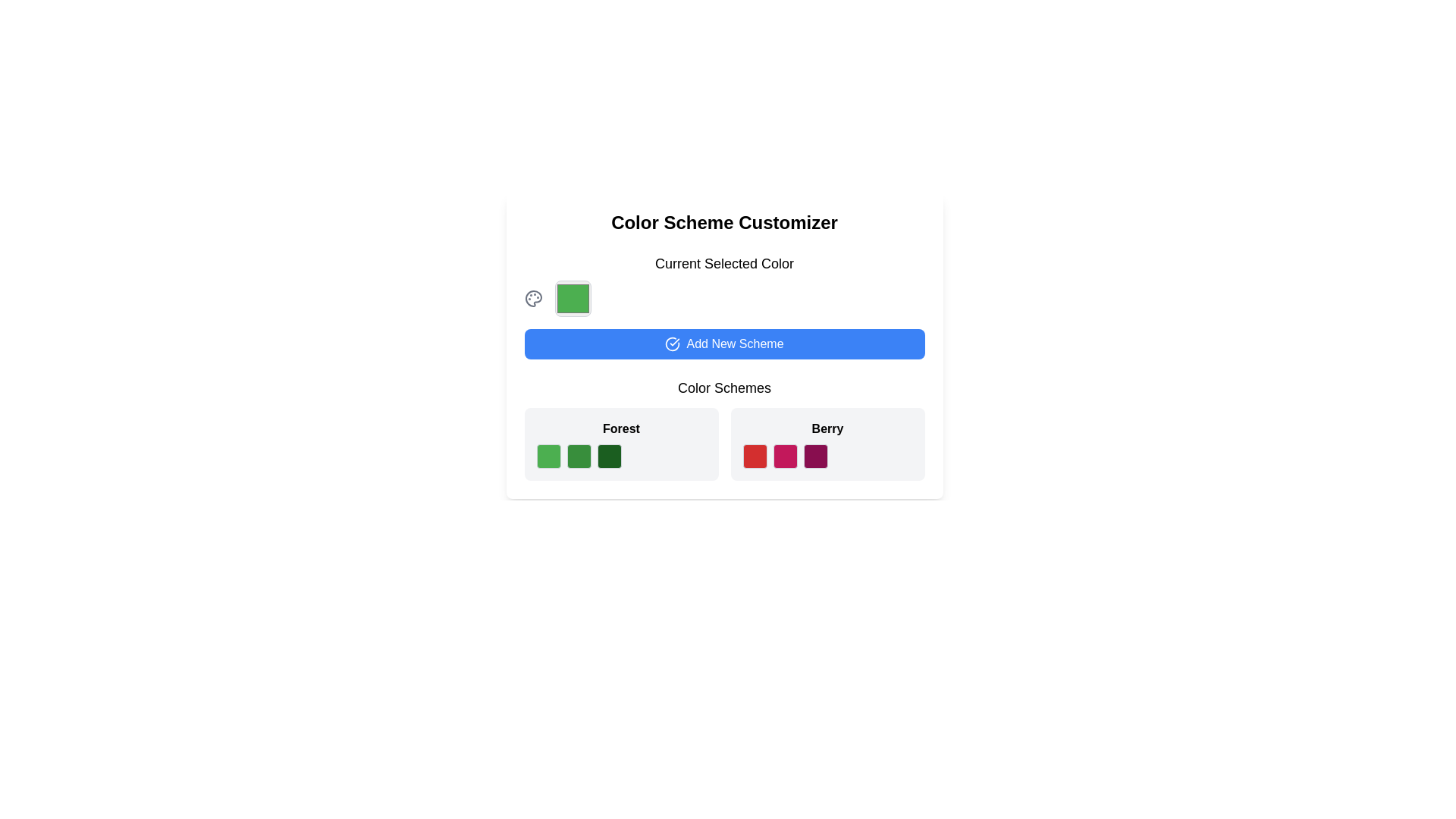 The height and width of the screenshot is (819, 1456). Describe the element at coordinates (621, 455) in the screenshot. I see `the third Color tile representing a specific color` at that location.